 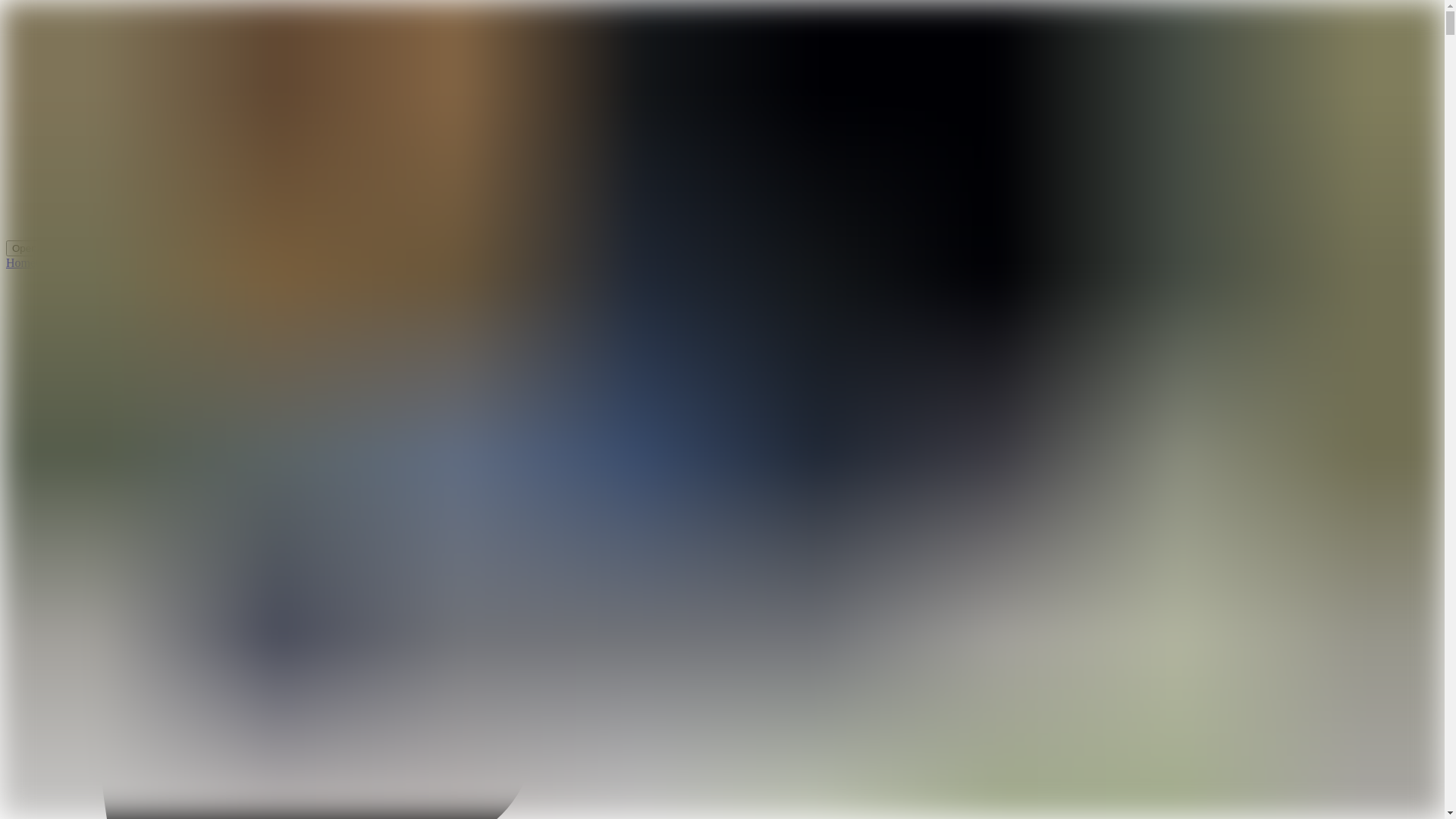 What do you see at coordinates (58, 262) in the screenshot?
I see `'Over ons'` at bounding box center [58, 262].